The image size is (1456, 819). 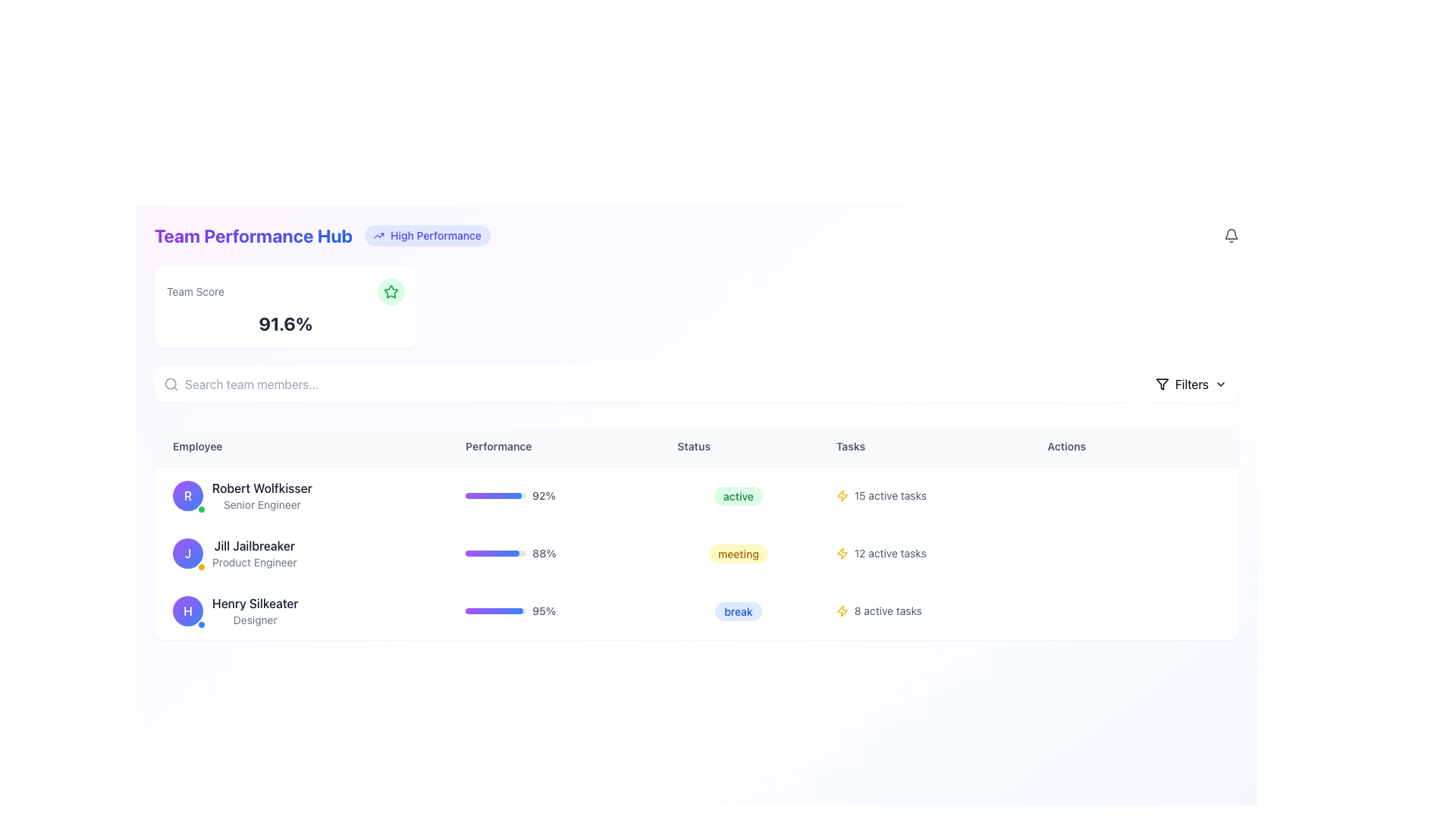 I want to click on the 'active' label, which is styled with green text on a light green rounded background, located in the 'Status' column of the table row for 'Robert Wolfkisser, Senior Engineer', so click(x=739, y=494).